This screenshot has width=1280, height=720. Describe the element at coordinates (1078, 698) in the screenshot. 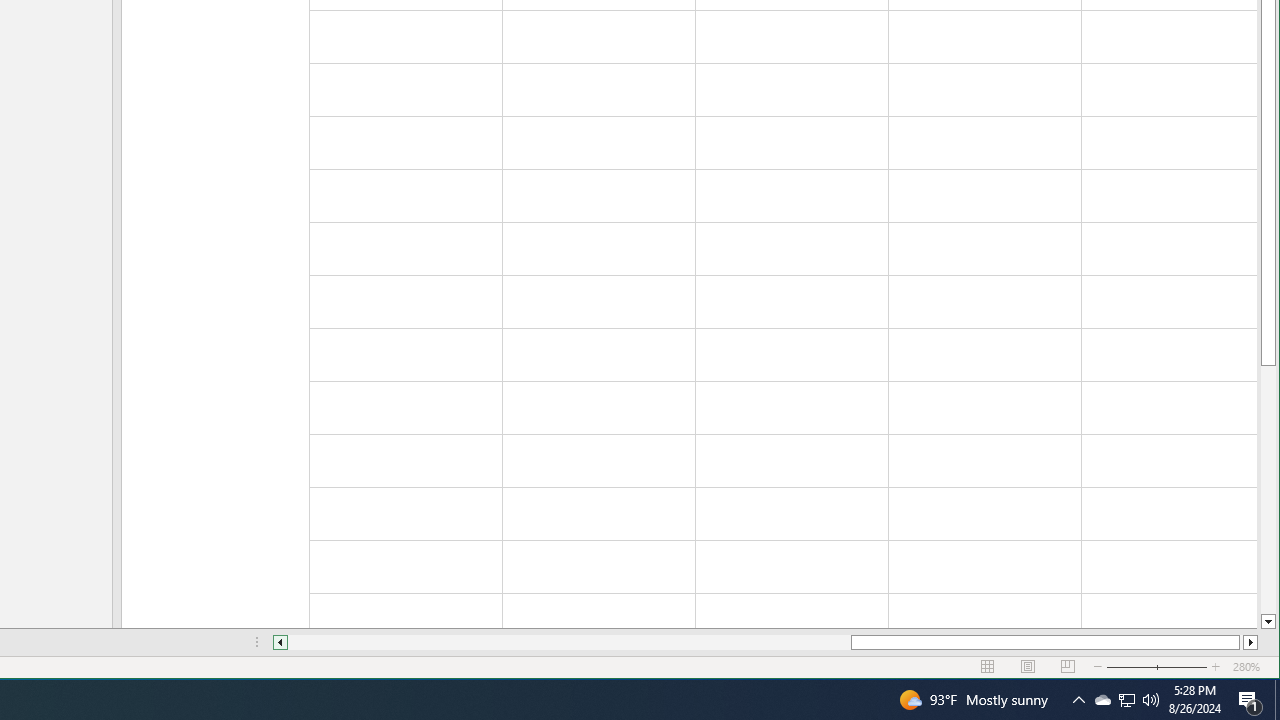

I see `'Notification Chevron'` at that location.